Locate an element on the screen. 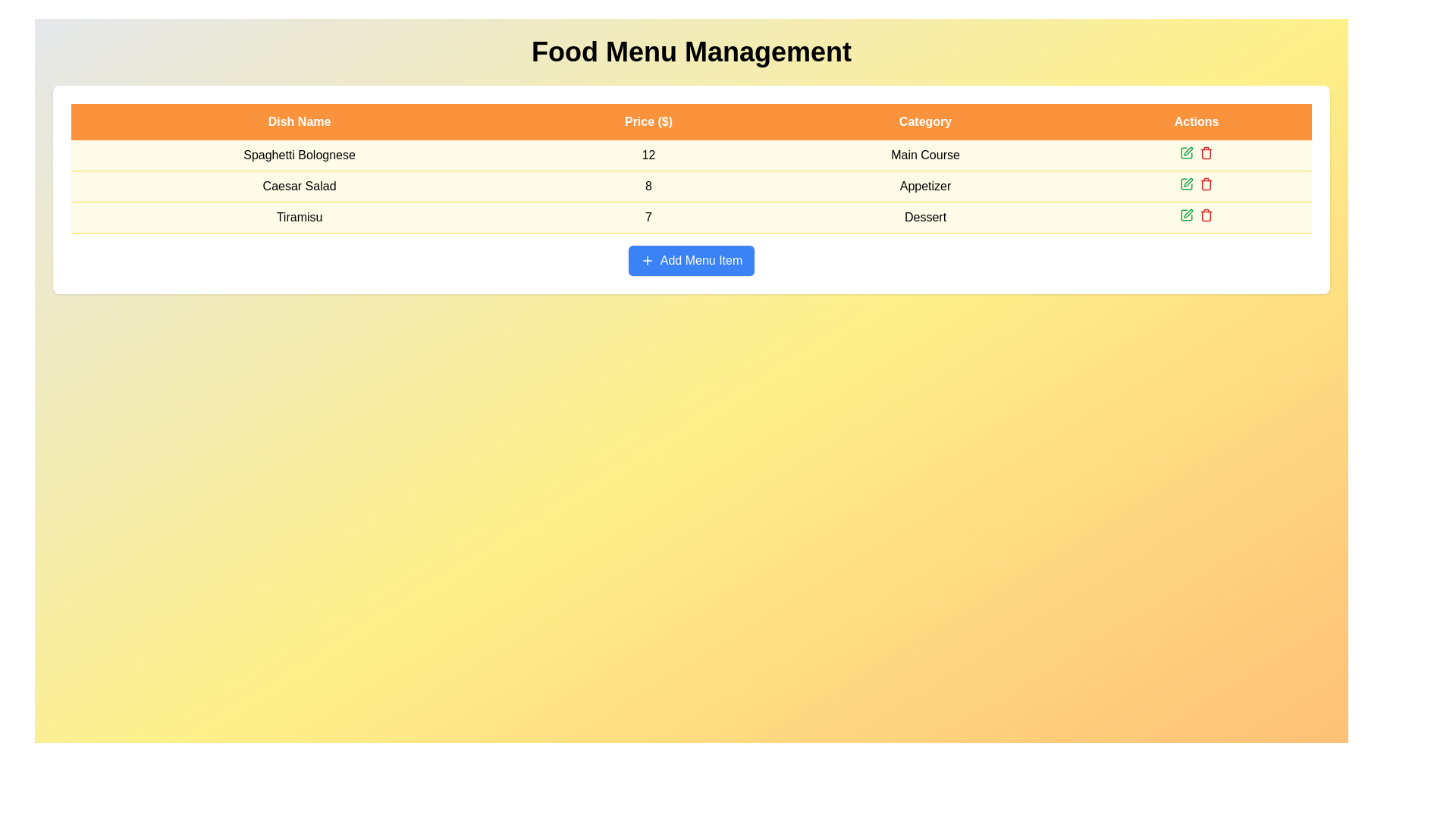 The image size is (1456, 819). the blue 'Add Menu Item' button with a '+' icon, which is located centrally below the menu items table is located at coordinates (691, 259).